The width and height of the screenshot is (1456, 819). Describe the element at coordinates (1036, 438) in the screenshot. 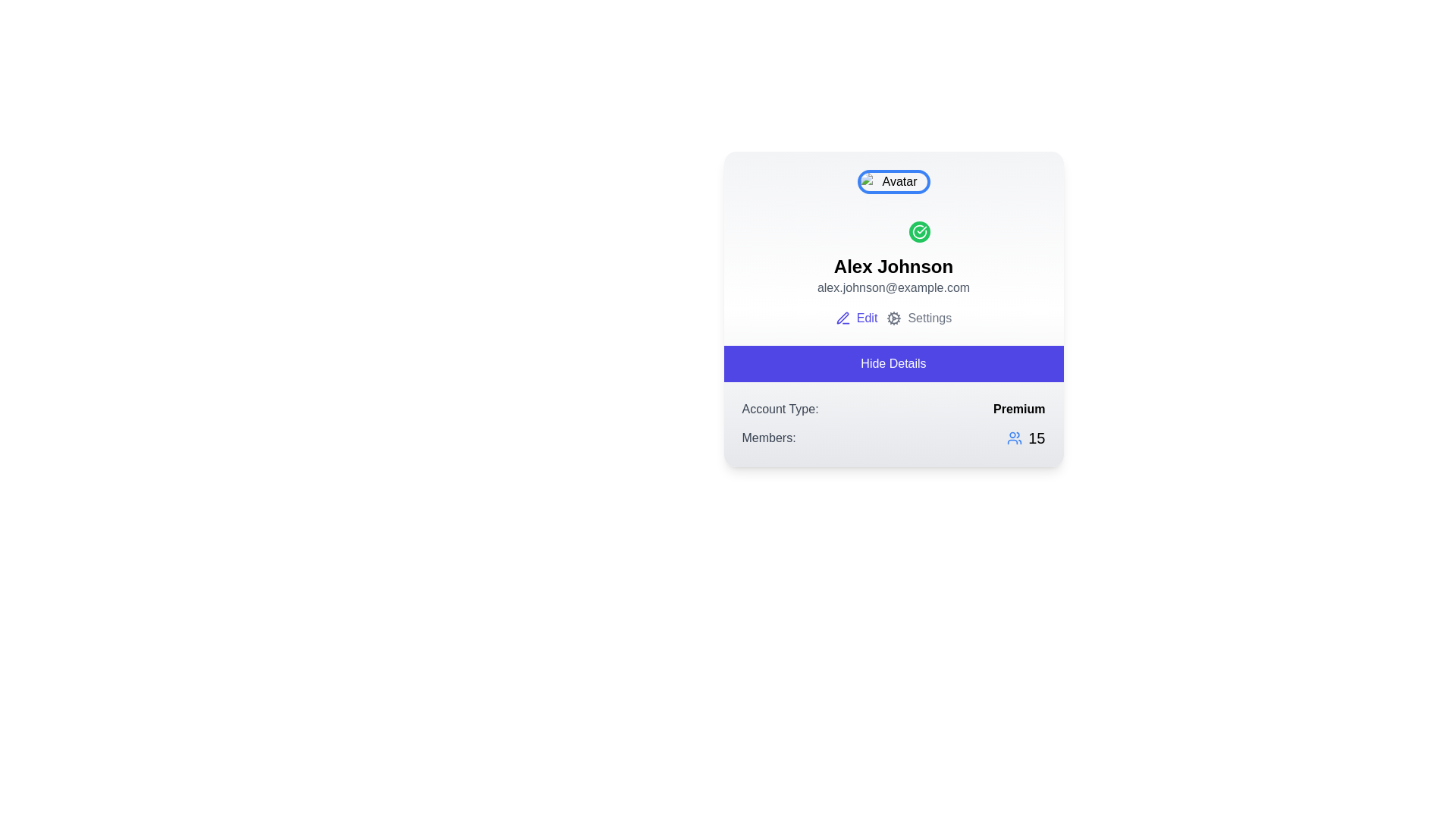

I see `the text label indicating the total number of members associated with the user profile, located at the bottom-right corner of the user card interface, next to the users icon` at that location.